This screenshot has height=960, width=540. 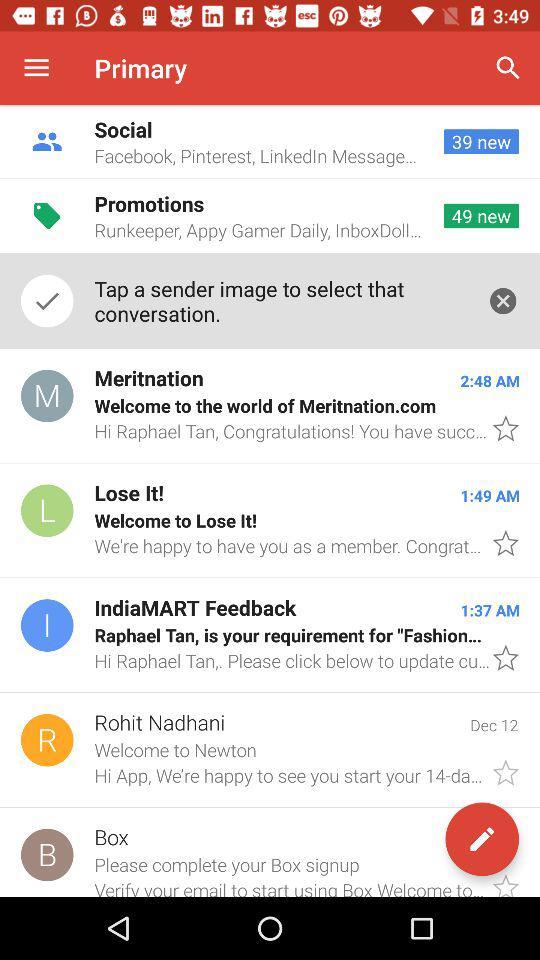 I want to click on tap a sender, so click(x=279, y=301).